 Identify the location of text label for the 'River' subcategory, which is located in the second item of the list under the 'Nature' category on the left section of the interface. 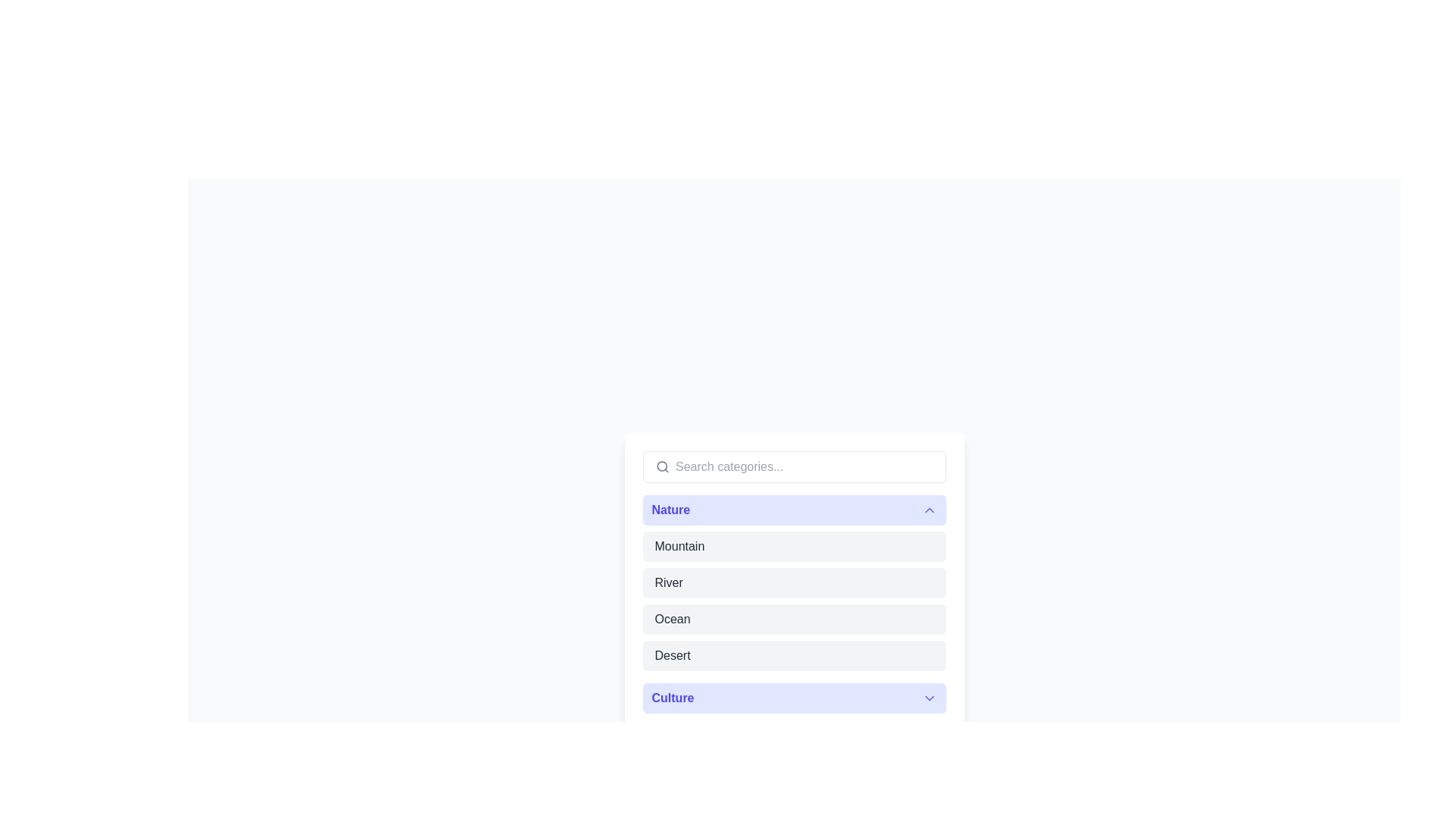
(668, 582).